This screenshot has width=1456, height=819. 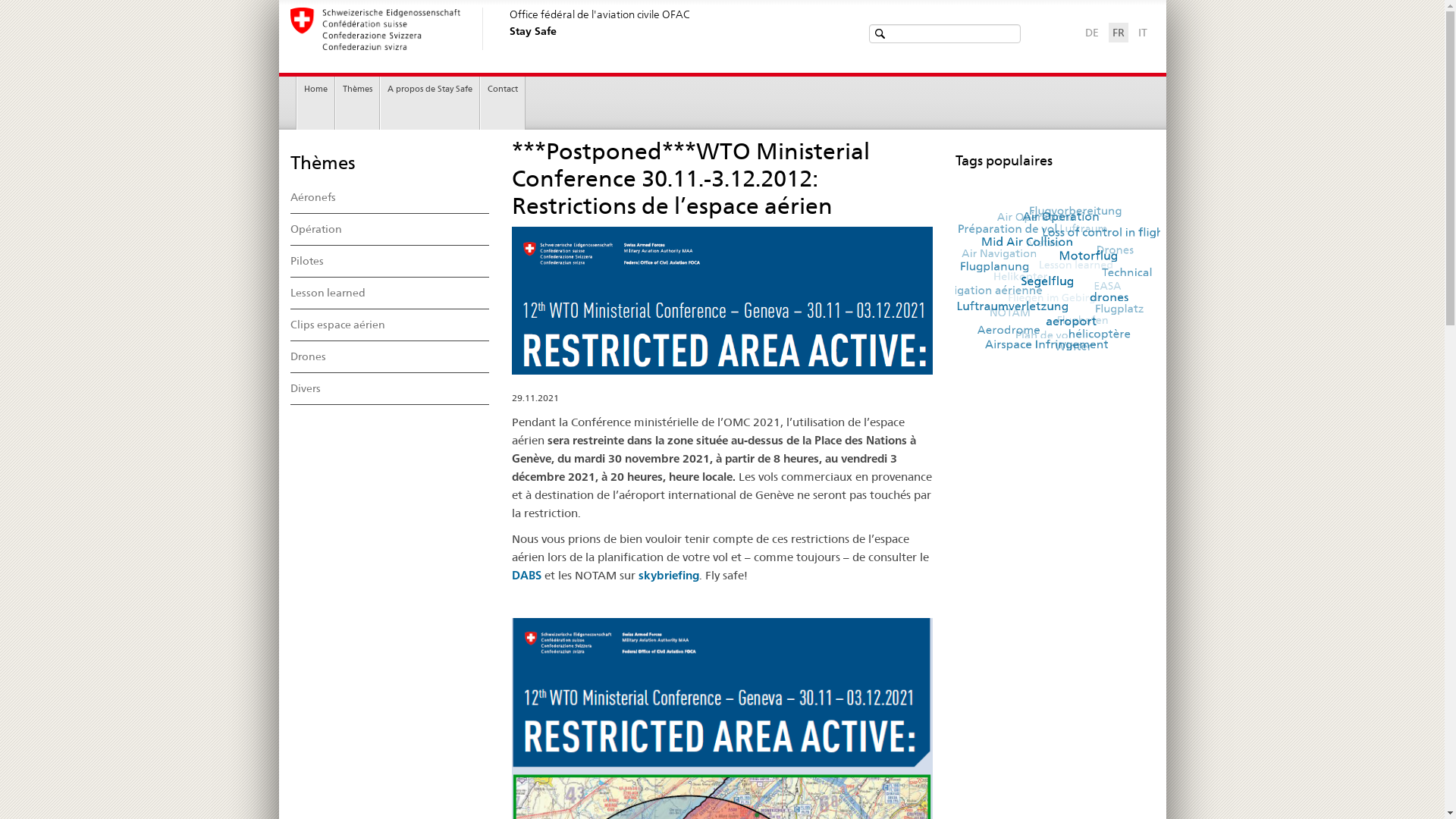 I want to click on 'DABS', so click(x=526, y=575).